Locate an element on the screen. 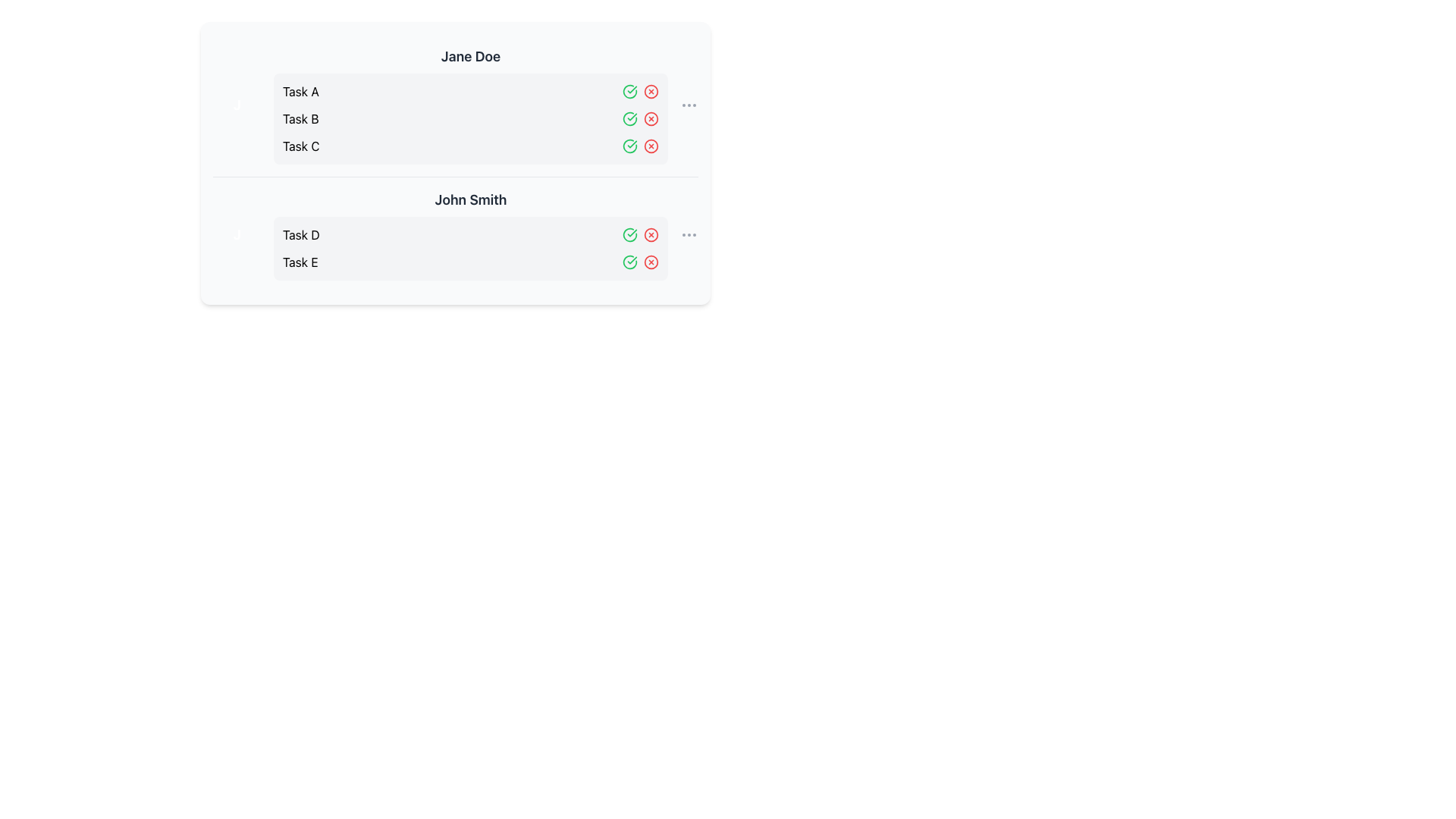 This screenshot has width=1456, height=819. the positive status indicator icon located to the right of 'Task A' for user 'Jane Doe' is located at coordinates (629, 146).